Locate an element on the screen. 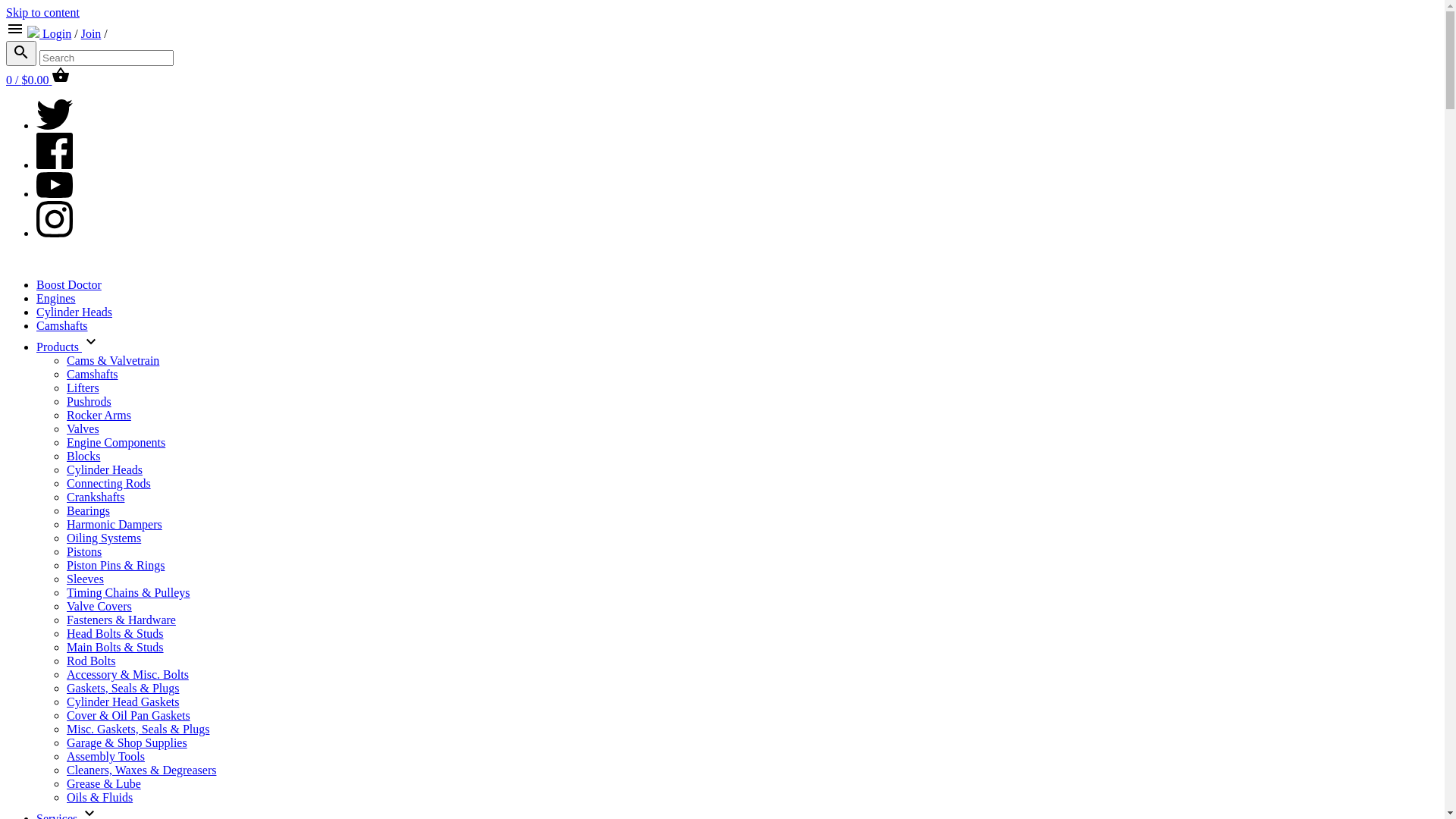 The width and height of the screenshot is (1456, 819). 'Pushrods' is located at coordinates (88, 400).